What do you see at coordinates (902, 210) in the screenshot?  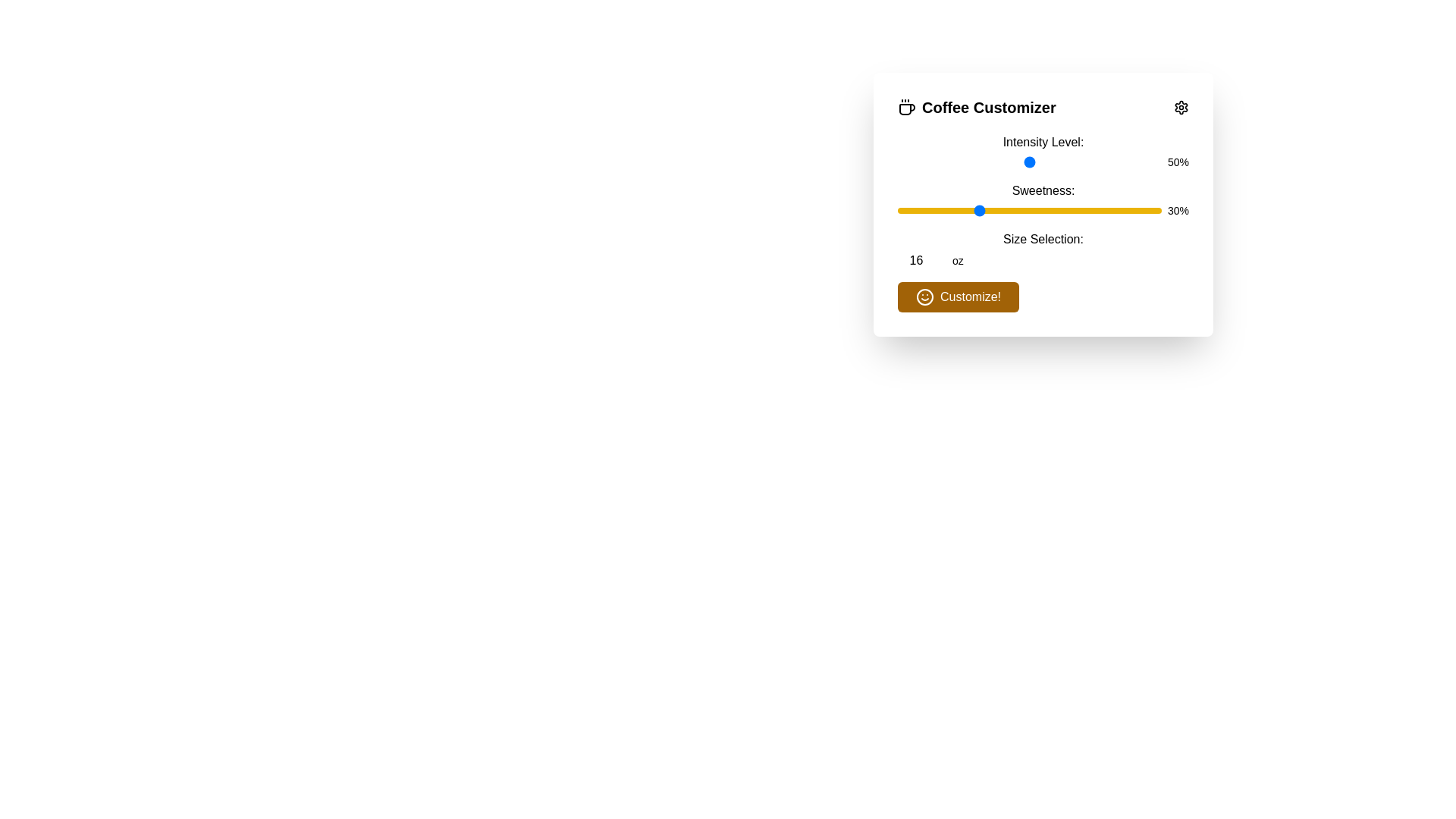 I see `the Sweetness slider to 2%` at bounding box center [902, 210].